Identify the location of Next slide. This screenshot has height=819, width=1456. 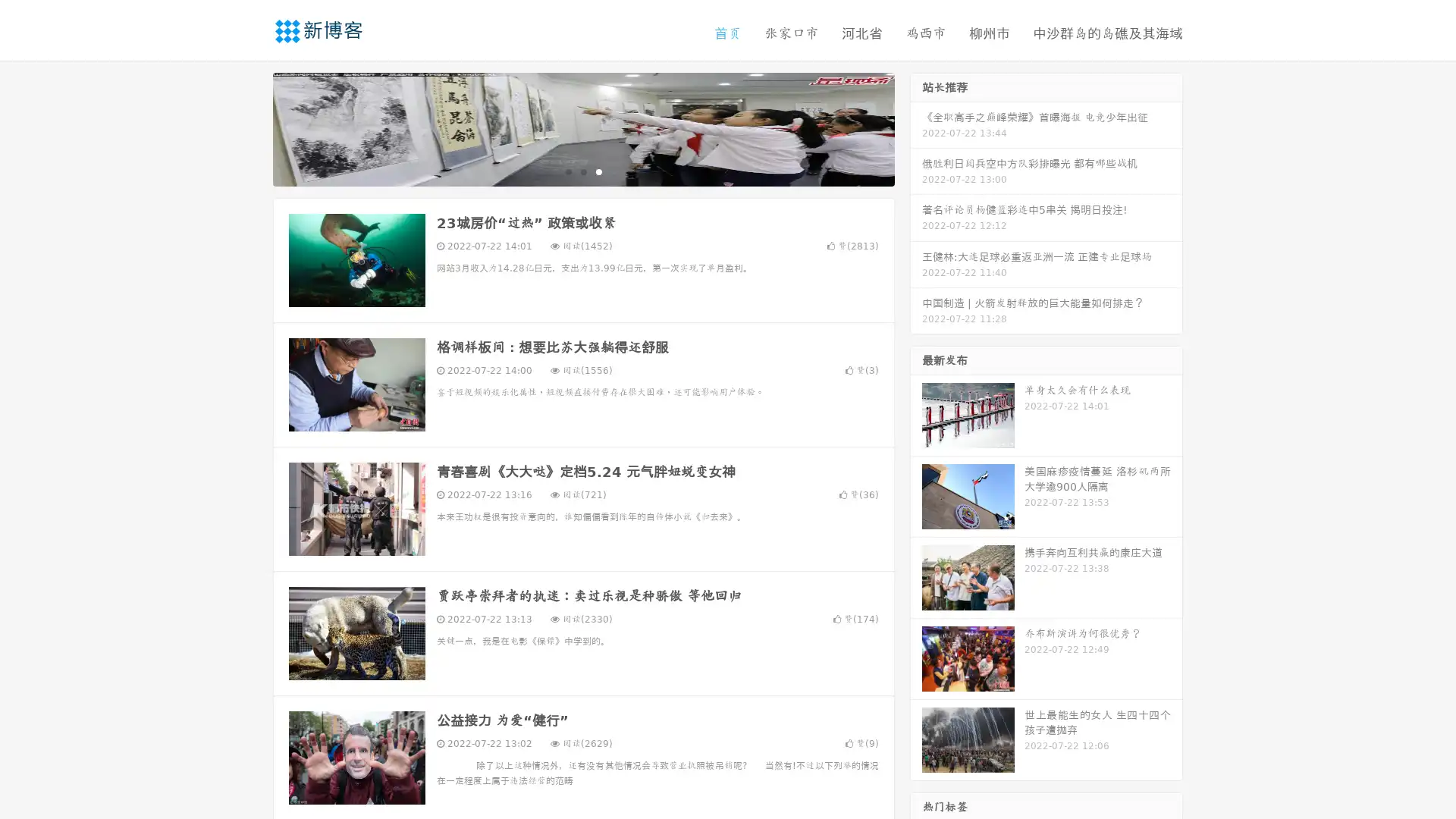
(916, 127).